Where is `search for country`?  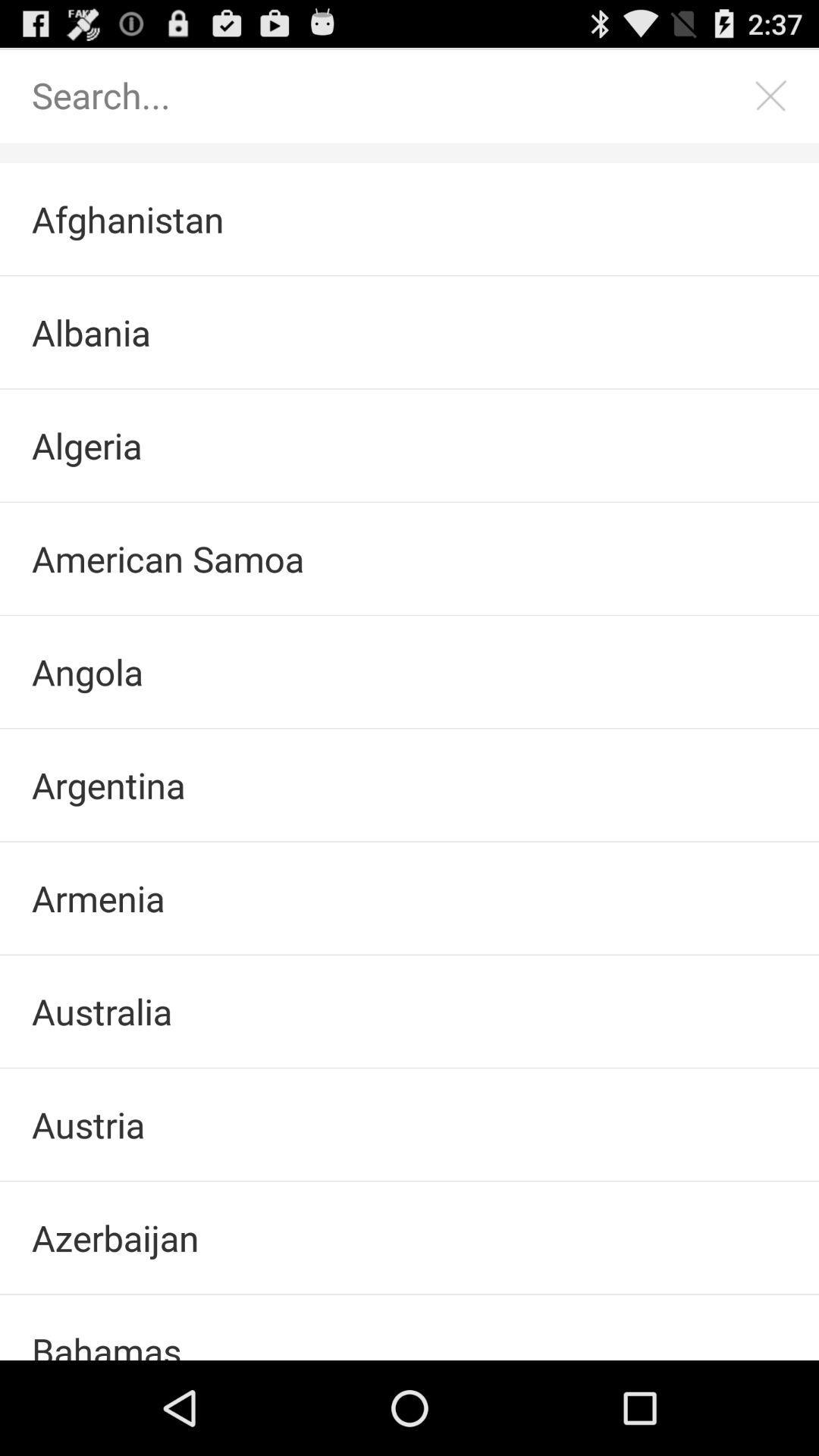 search for country is located at coordinates (393, 94).